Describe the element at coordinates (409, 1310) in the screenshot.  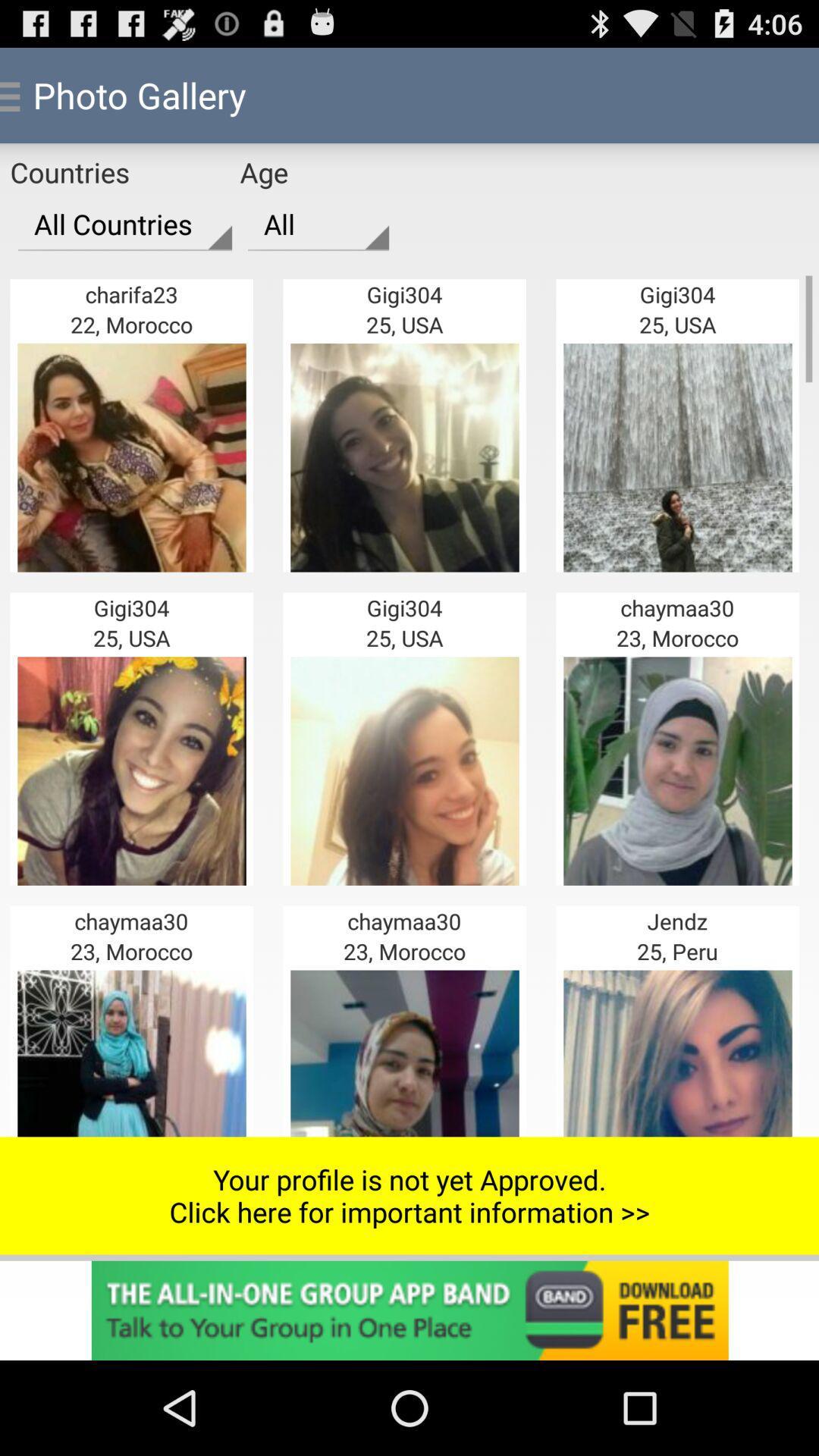
I see `page` at that location.